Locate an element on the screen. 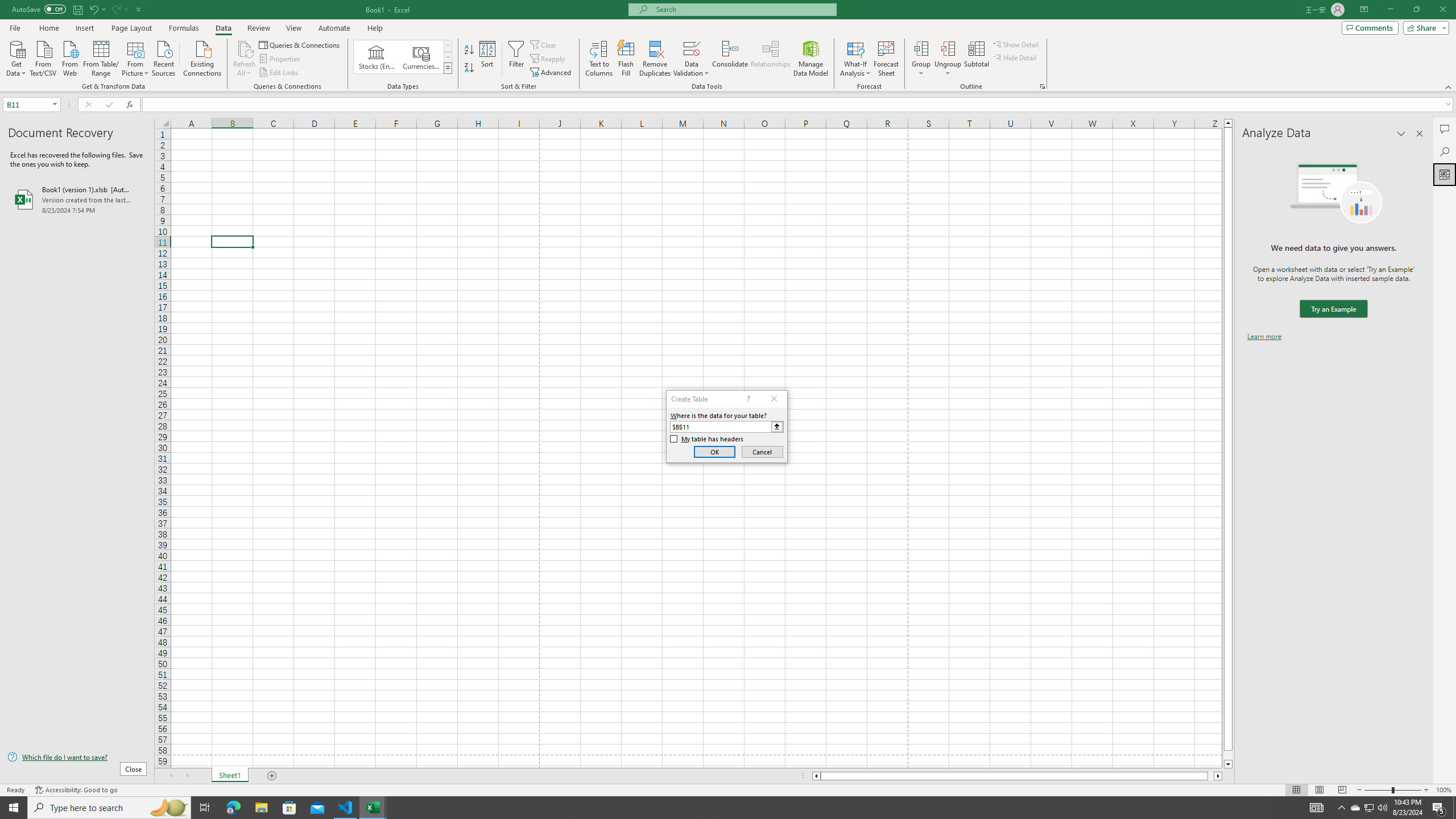 Image resolution: width=1456 pixels, height=819 pixels. 'From Table/Range' is located at coordinates (100, 57).